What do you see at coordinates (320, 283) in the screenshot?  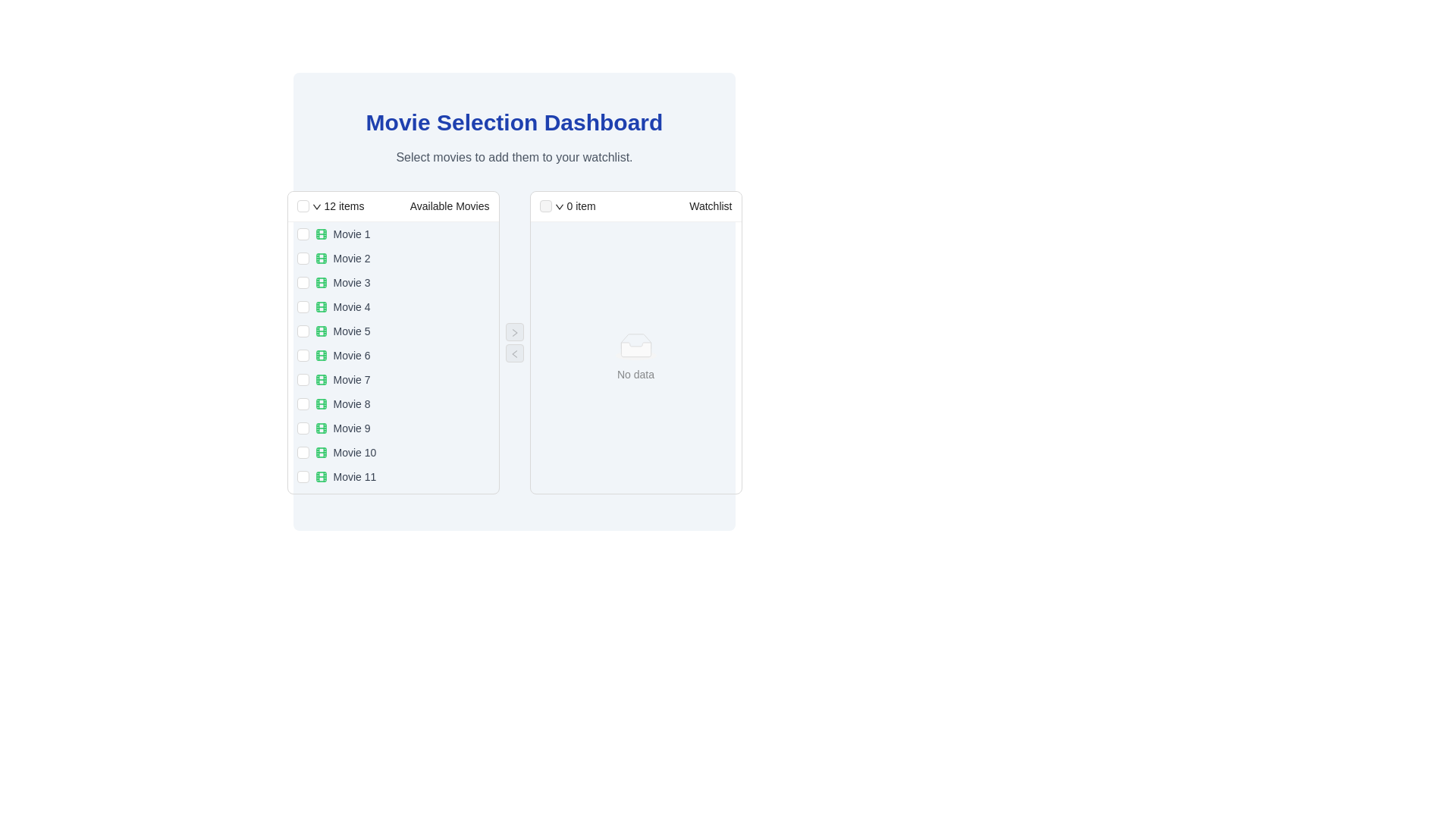 I see `the decorative icon element representing 'Movie 3' in the 'Available Movies' section` at bounding box center [320, 283].